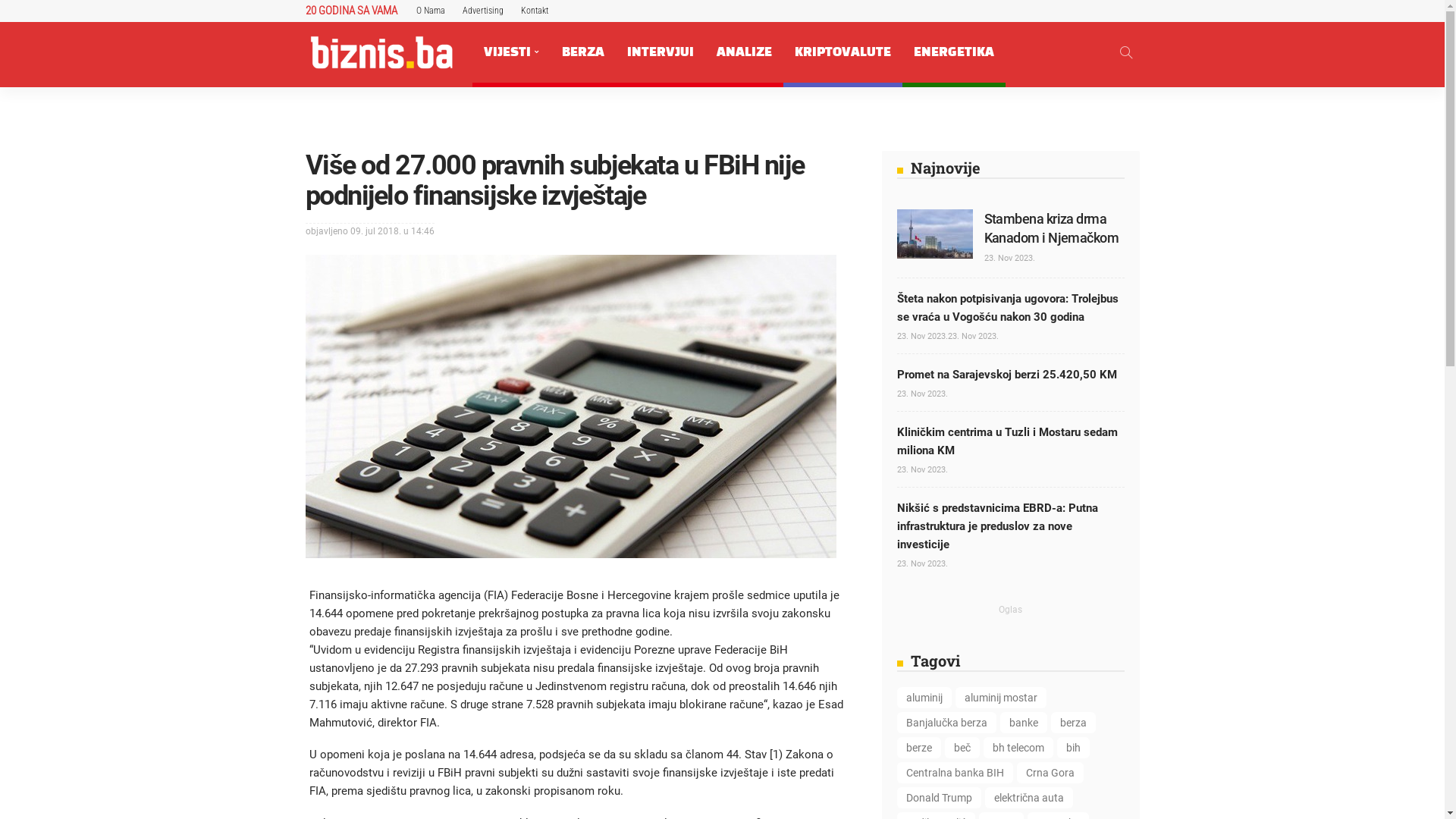 The width and height of the screenshot is (1456, 819). I want to click on 'Donald Trump', so click(937, 797).